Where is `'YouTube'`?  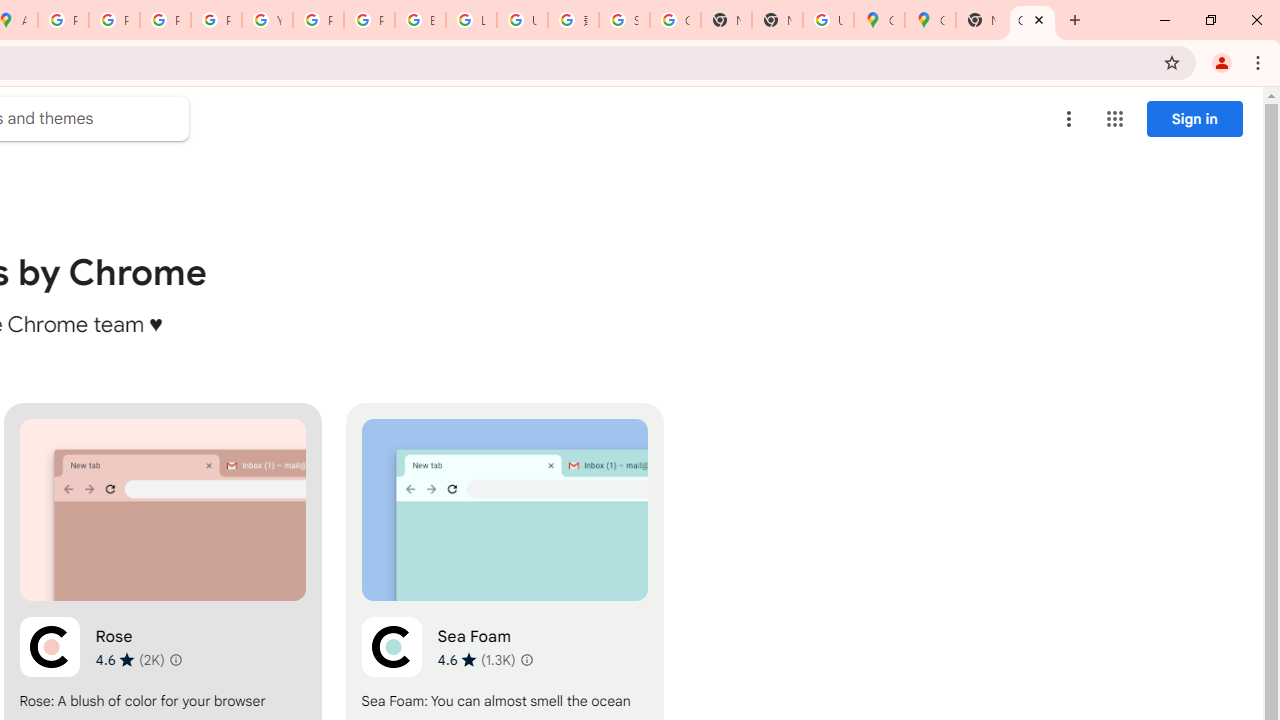
'YouTube' is located at coordinates (266, 20).